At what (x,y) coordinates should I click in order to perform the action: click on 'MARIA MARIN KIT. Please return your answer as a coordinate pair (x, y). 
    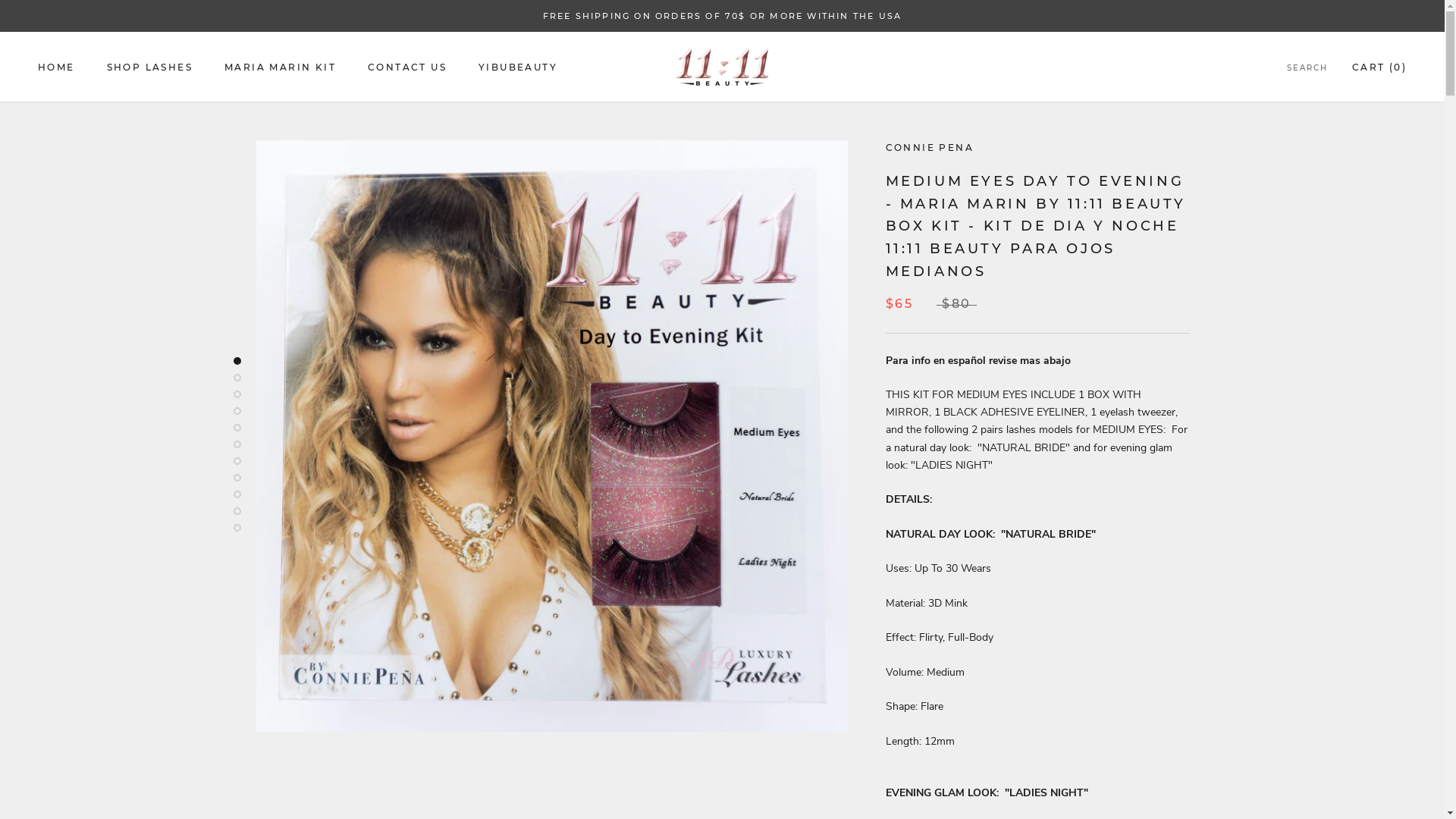
    Looking at the image, I should click on (280, 66).